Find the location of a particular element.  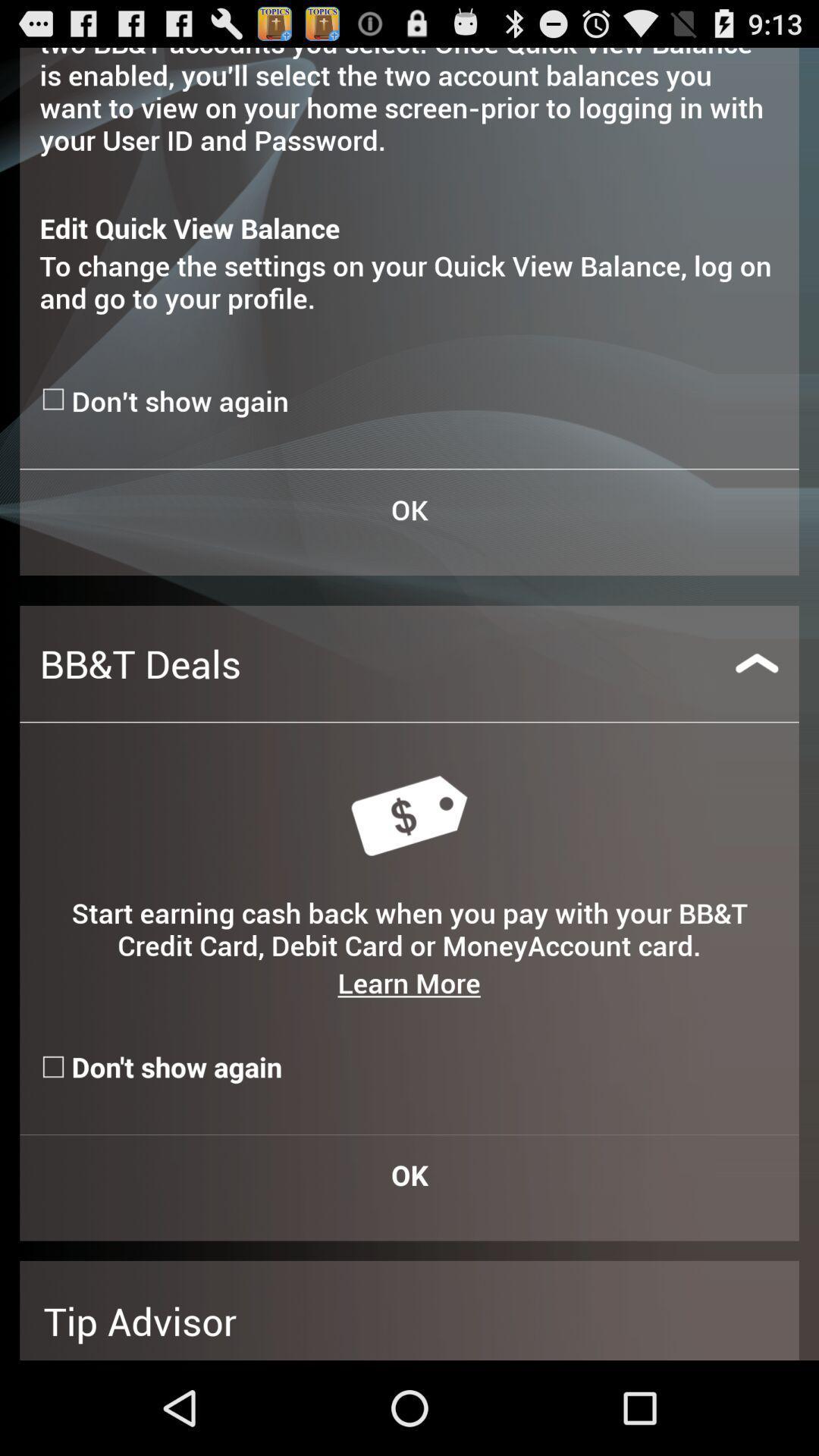

icon to the left of don t show icon is located at coordinates (55, 399).